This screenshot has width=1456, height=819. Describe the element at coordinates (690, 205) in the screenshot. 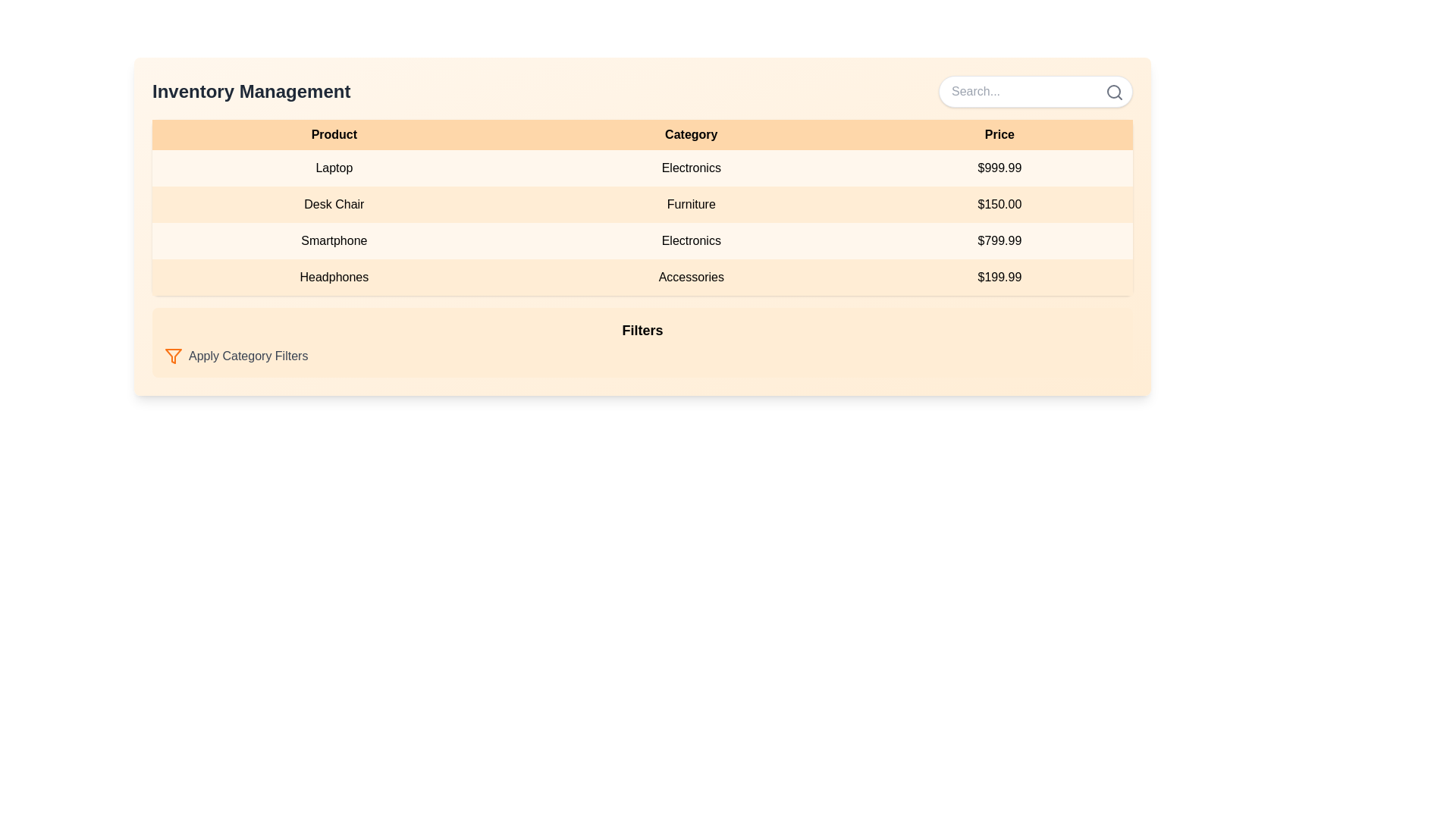

I see `the static text element displaying 'Furniture' located in the second column of the second row under the 'Category' header` at that location.